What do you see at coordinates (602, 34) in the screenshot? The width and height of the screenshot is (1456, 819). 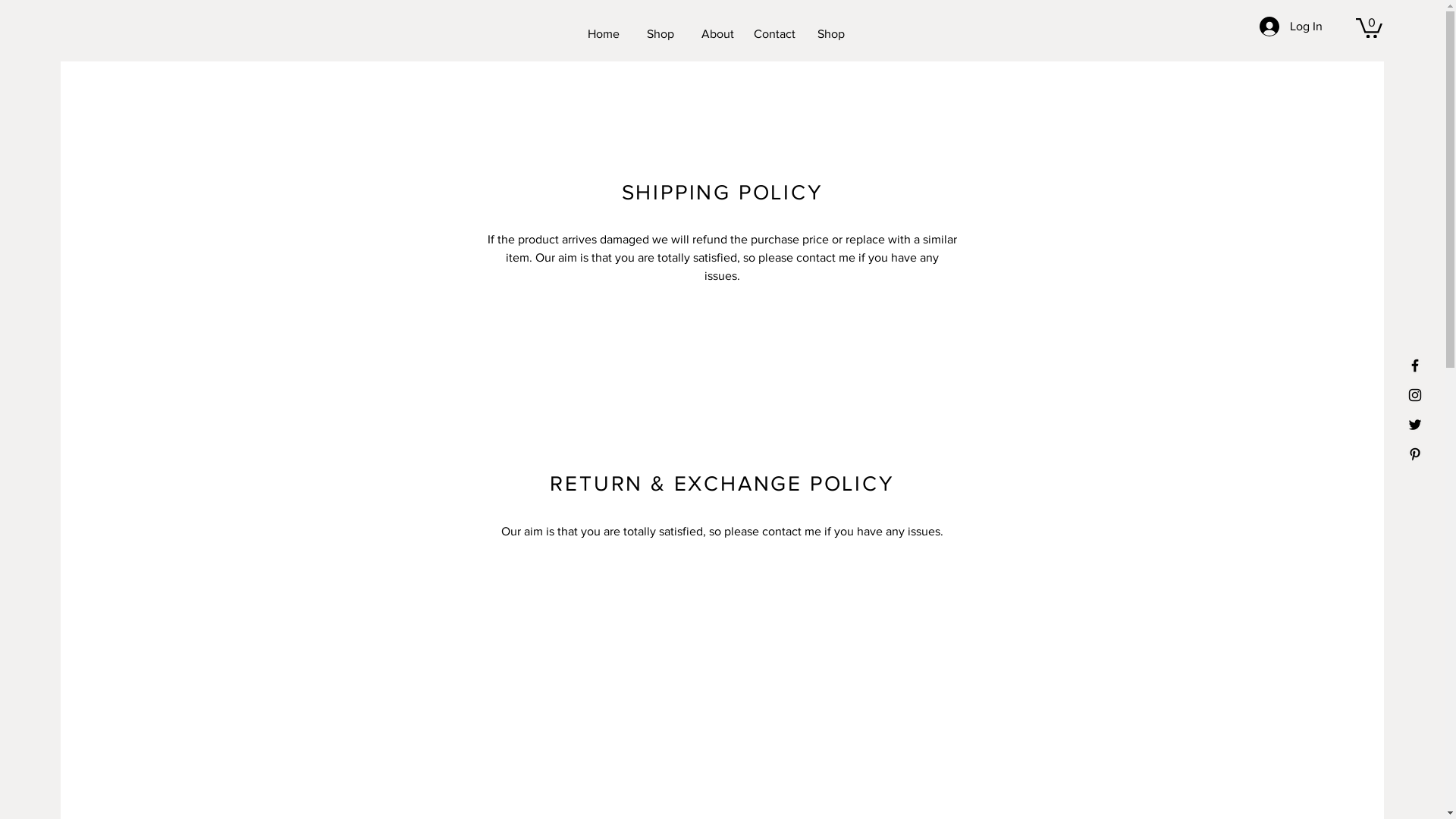 I see `'Home'` at bounding box center [602, 34].